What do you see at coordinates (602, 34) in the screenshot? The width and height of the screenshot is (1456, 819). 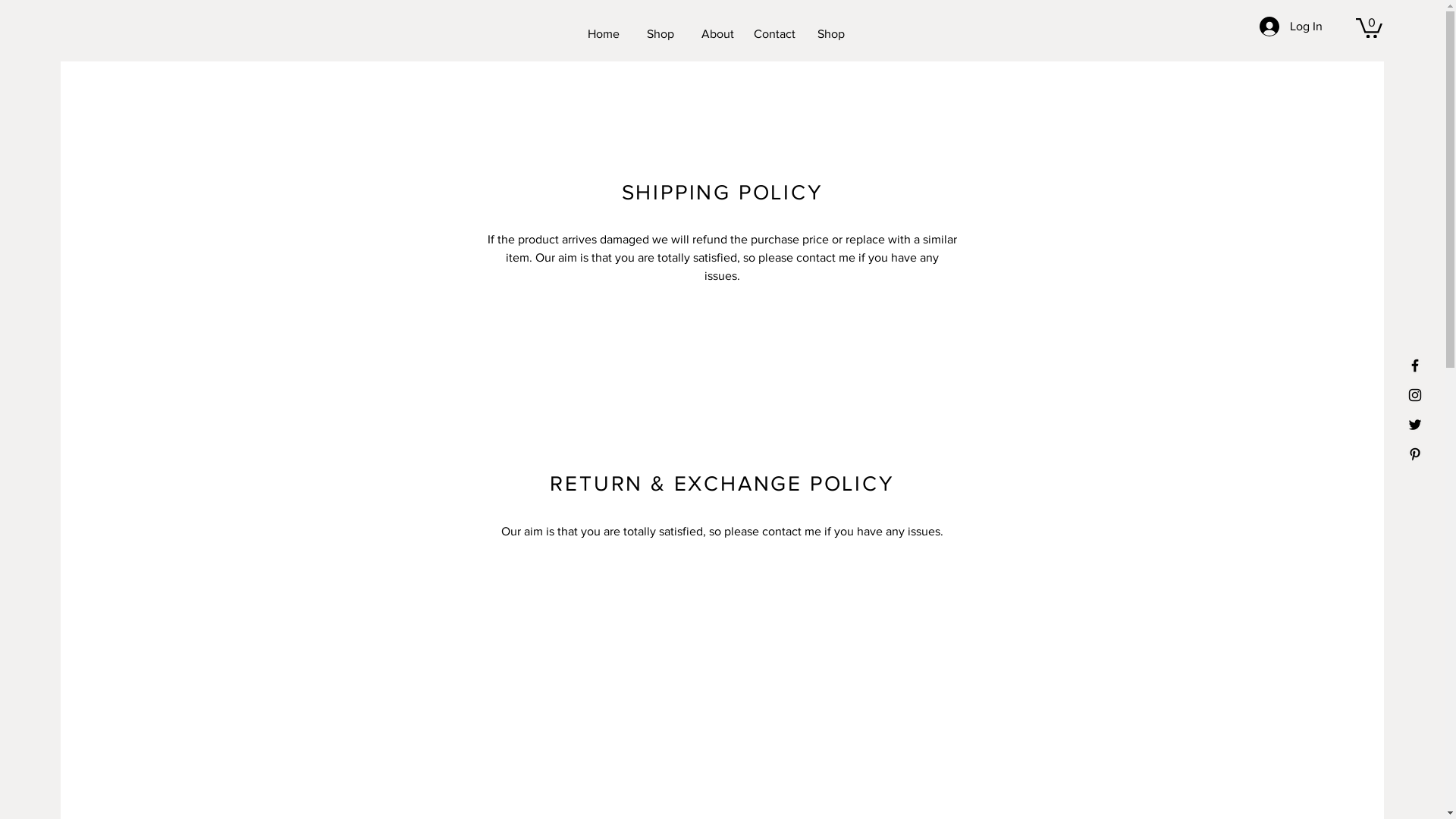 I see `'Home'` at bounding box center [602, 34].